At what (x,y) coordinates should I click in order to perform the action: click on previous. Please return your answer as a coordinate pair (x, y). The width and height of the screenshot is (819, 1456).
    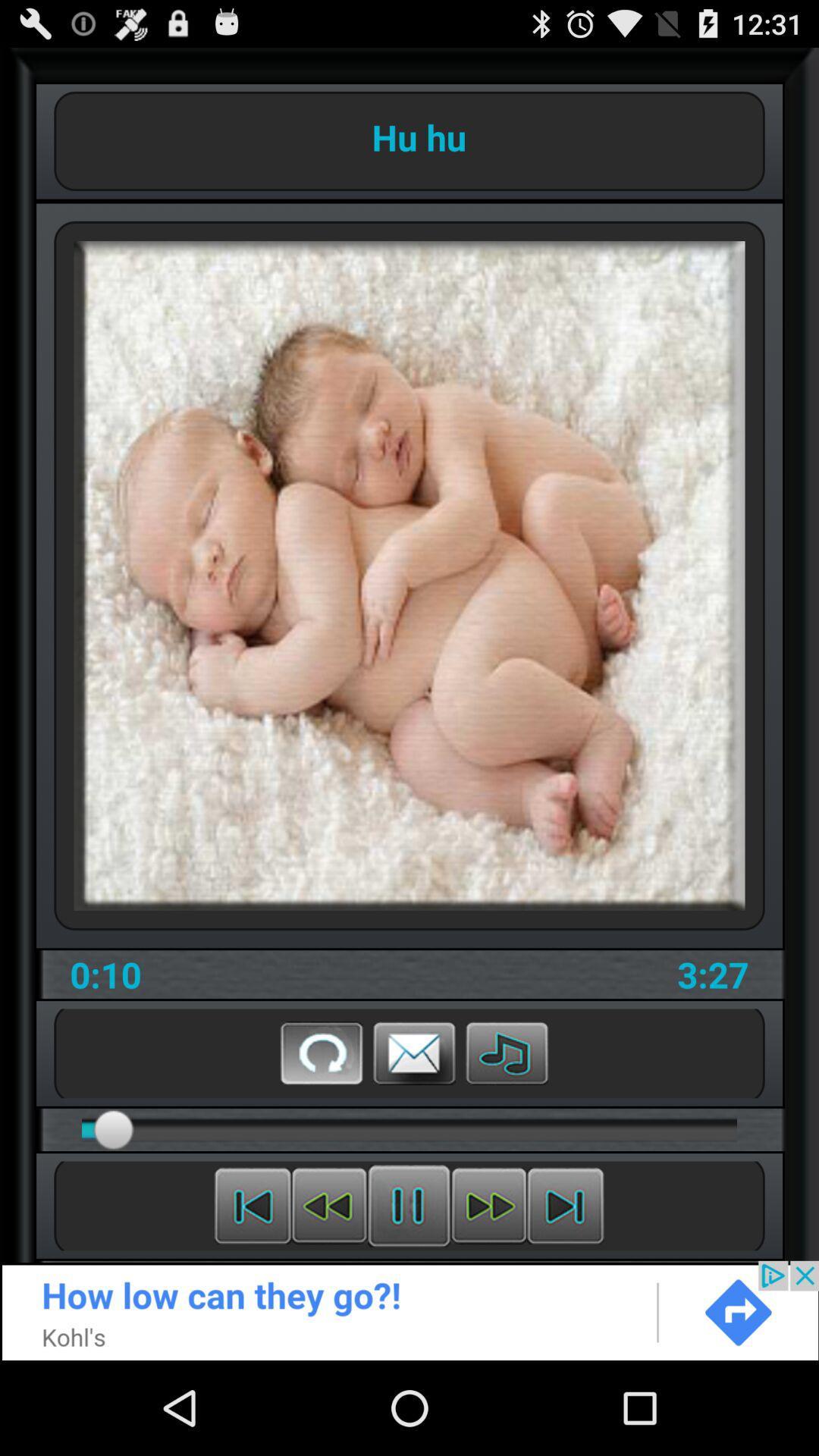
    Looking at the image, I should click on (252, 1205).